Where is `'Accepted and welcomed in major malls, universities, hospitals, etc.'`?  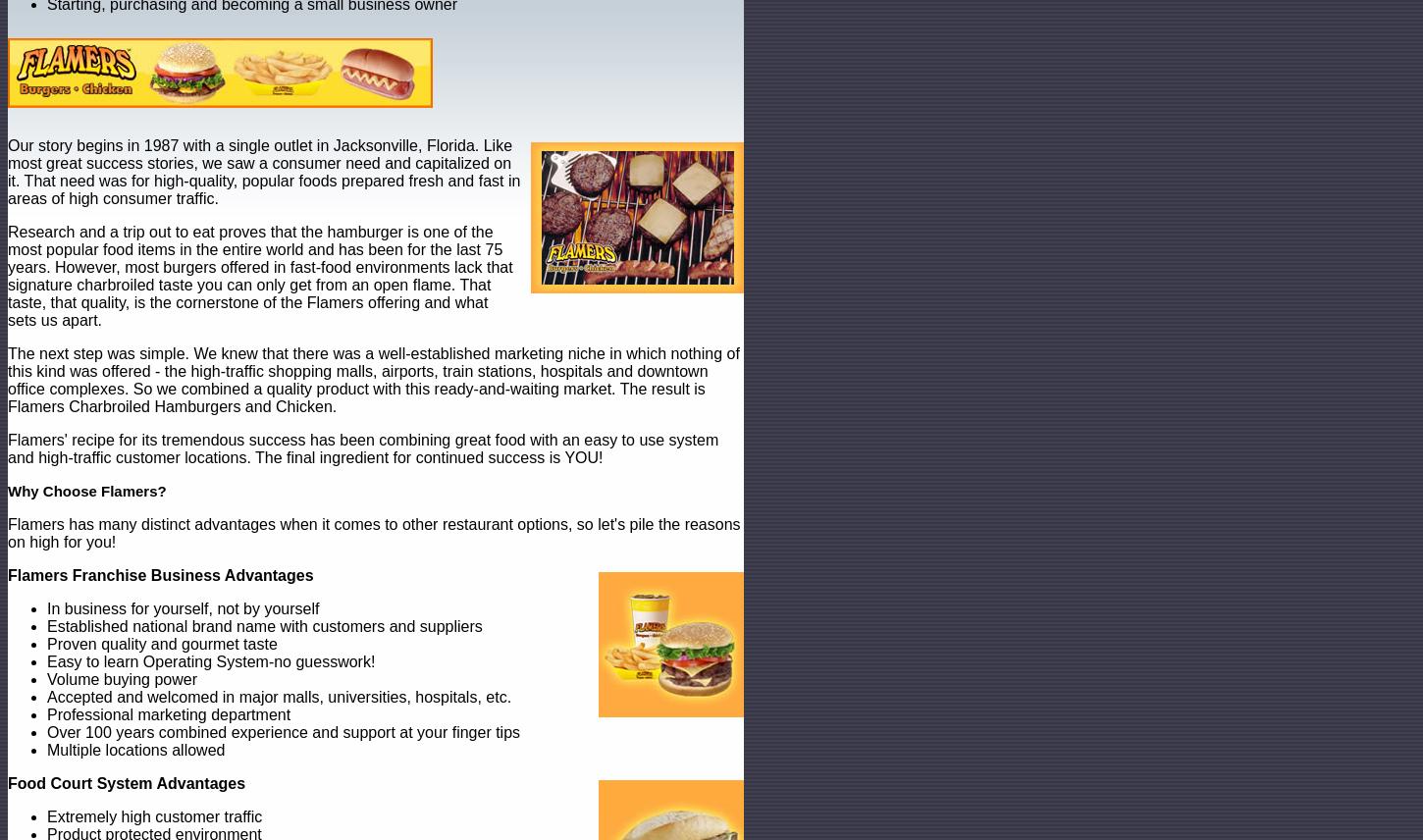 'Accepted and welcomed in major malls, universities, hospitals, etc.' is located at coordinates (279, 696).